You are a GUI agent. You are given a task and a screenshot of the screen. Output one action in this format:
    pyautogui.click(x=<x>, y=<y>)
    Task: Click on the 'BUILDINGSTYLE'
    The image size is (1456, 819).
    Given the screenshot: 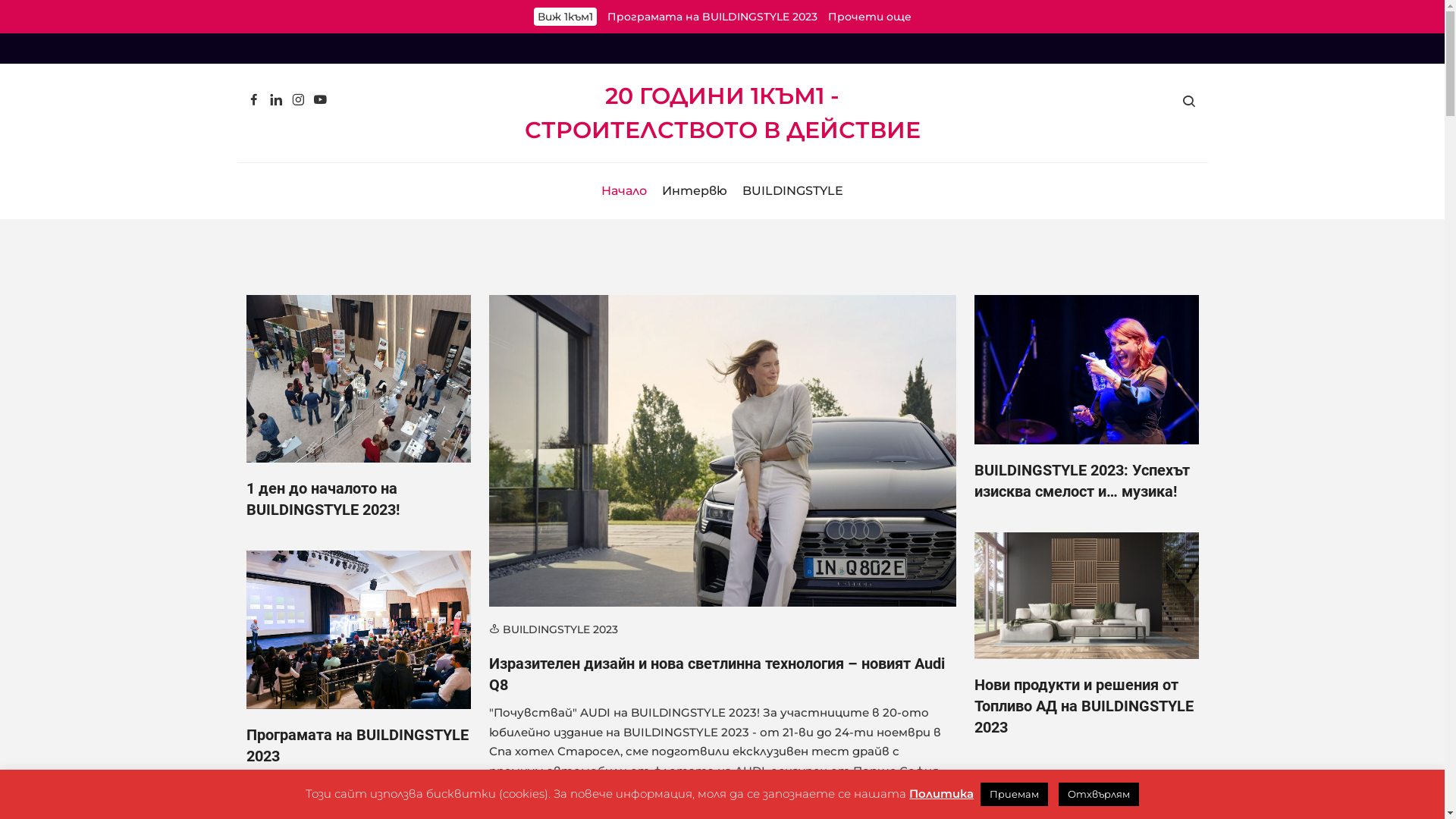 What is the action you would take?
    pyautogui.click(x=792, y=190)
    